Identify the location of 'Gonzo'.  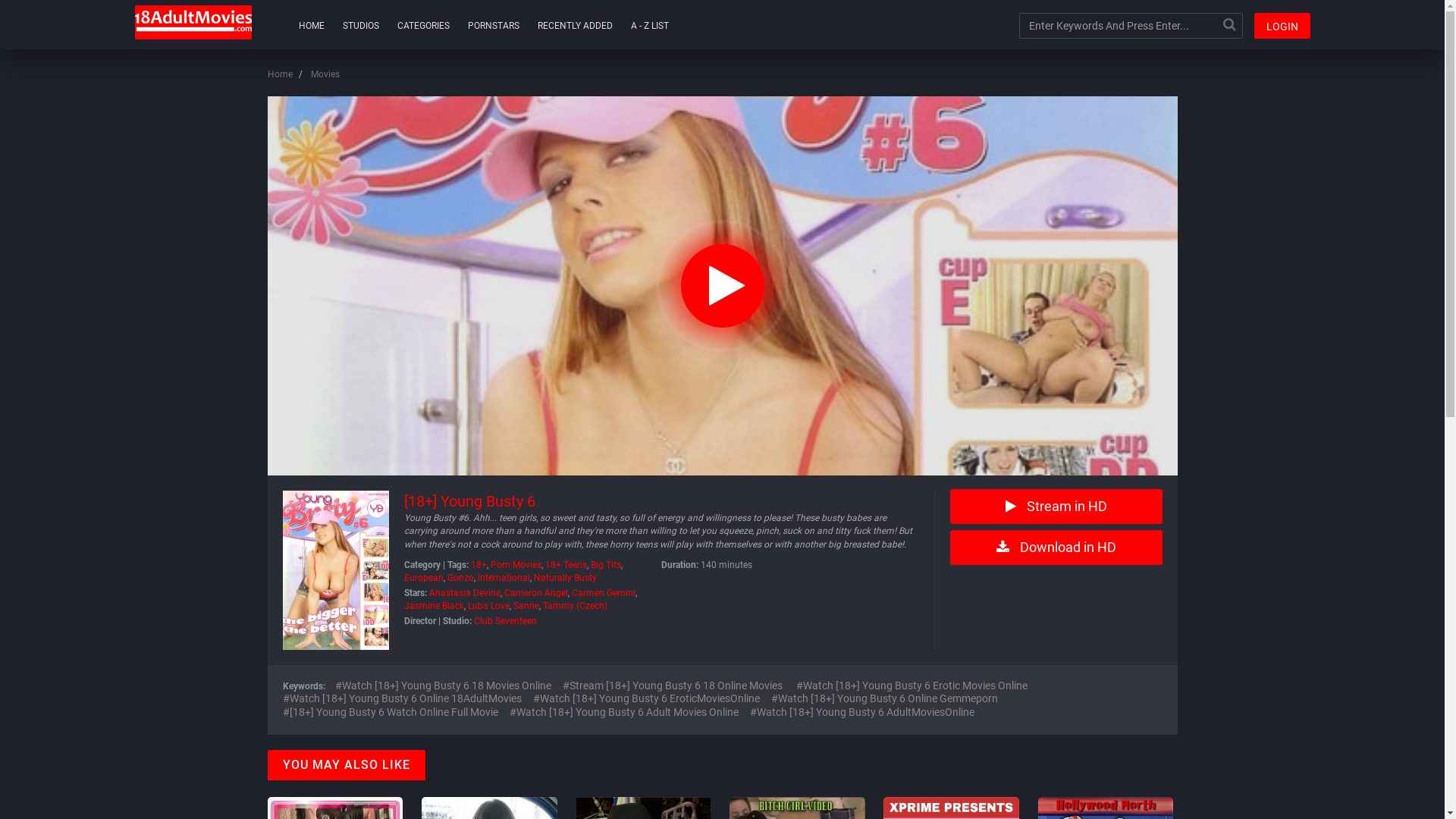
(460, 578).